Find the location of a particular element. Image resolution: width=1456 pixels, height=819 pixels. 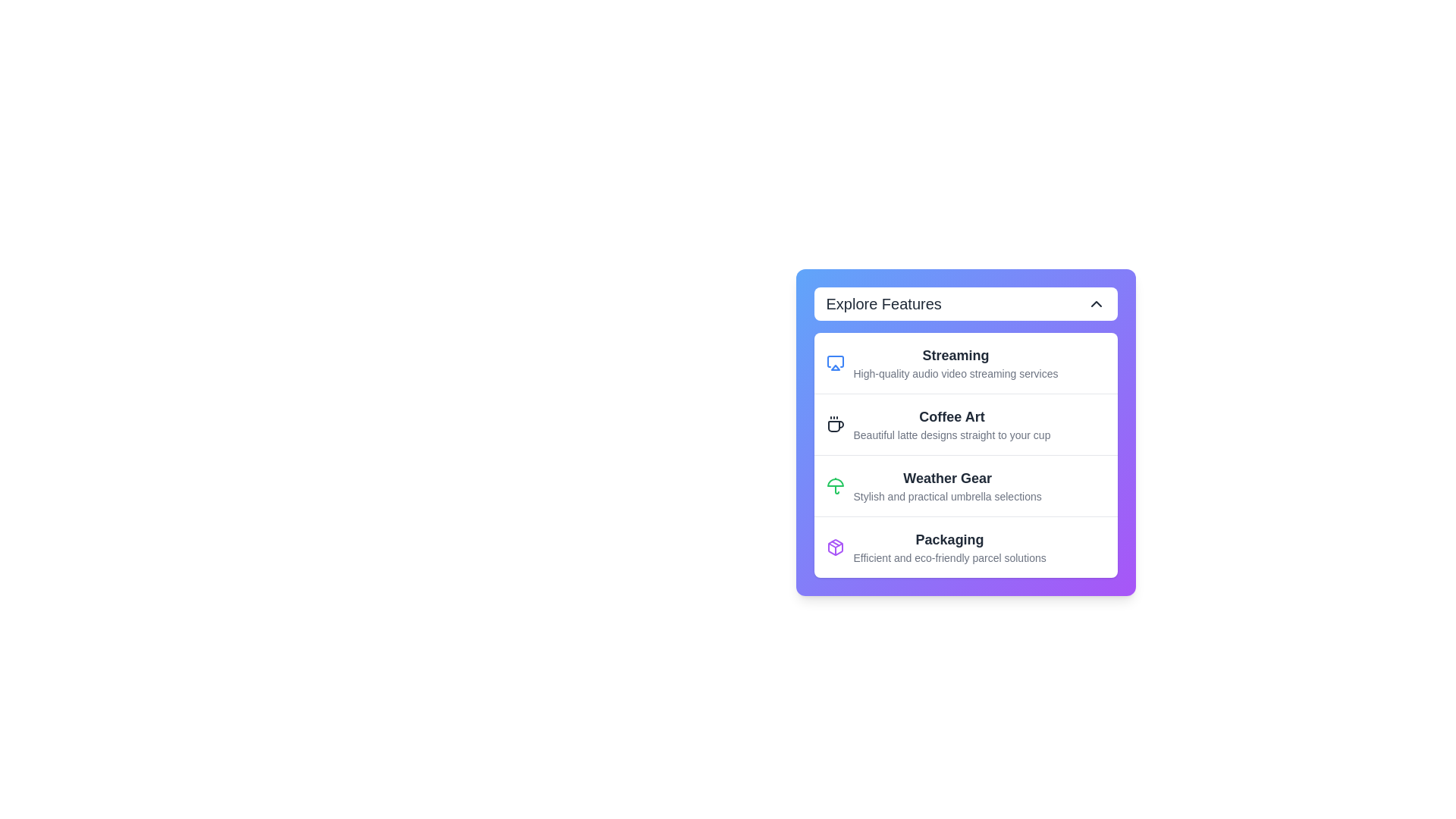

the 'Explore Features' dropdown menu section that contains the 'Coffee Art' icon is located at coordinates (834, 424).